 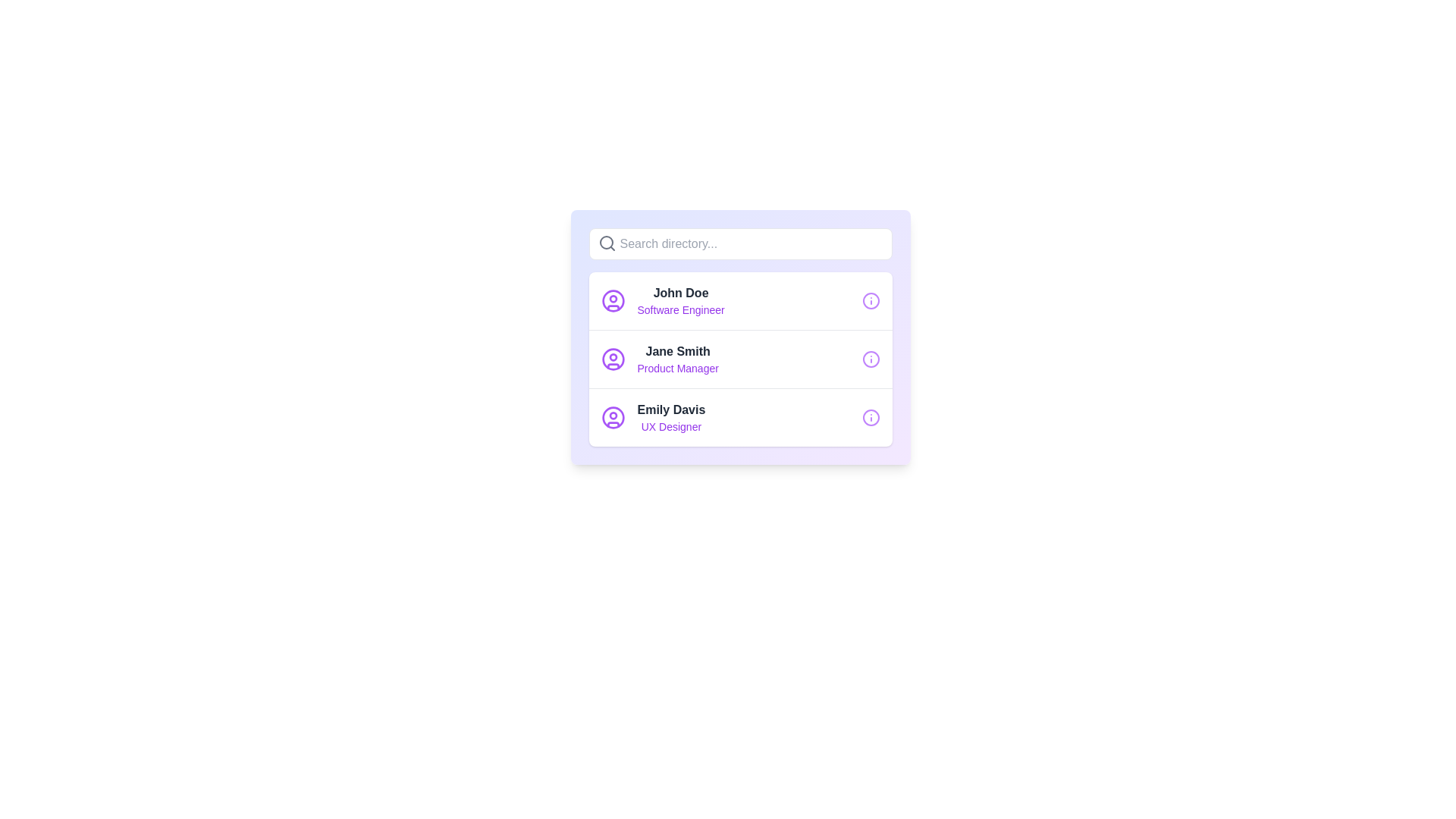 What do you see at coordinates (871, 301) in the screenshot?
I see `the circular graphic component in the SVG icon associated with the 'John Doe' entry in the directory list` at bounding box center [871, 301].